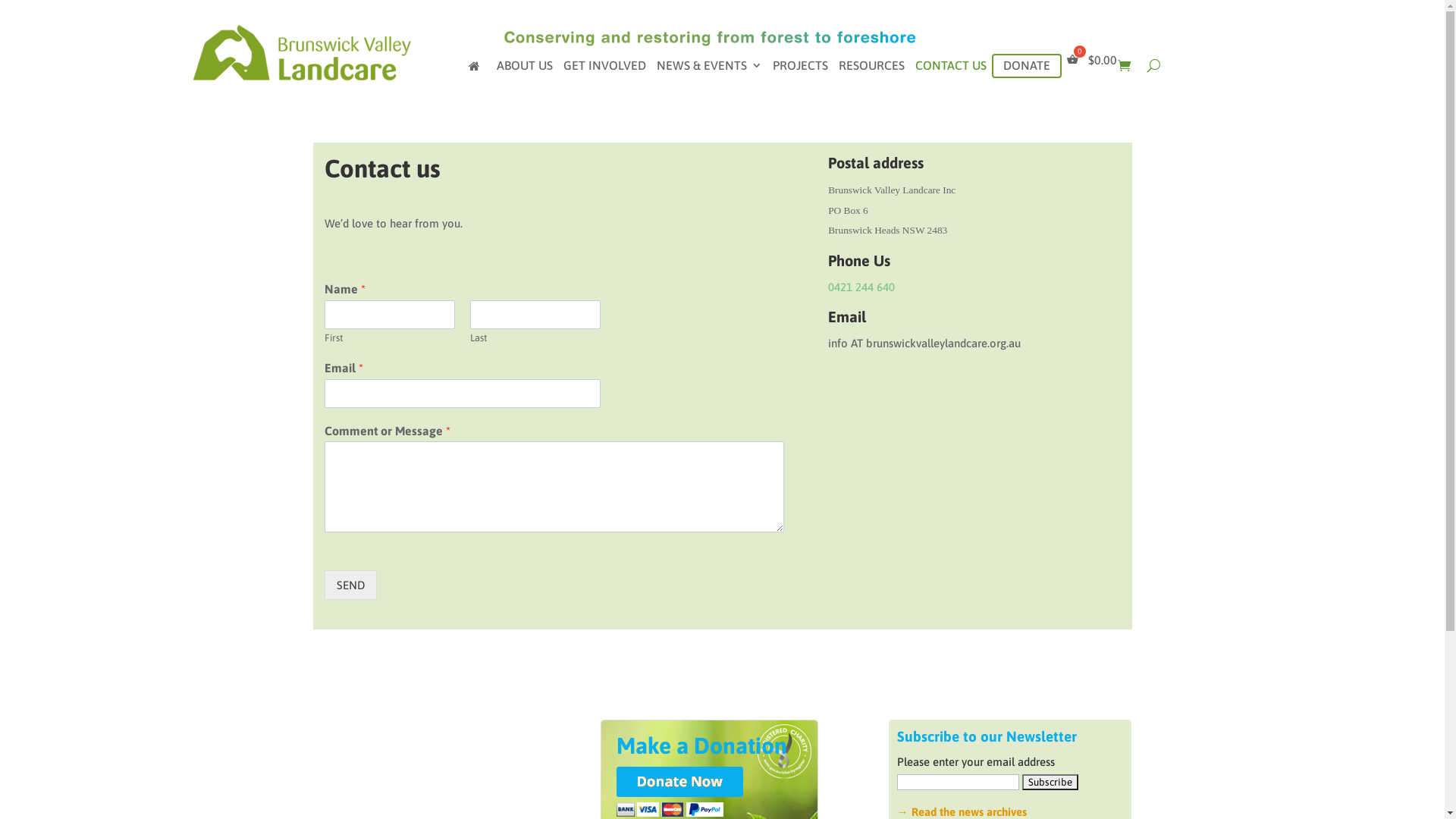 The height and width of the screenshot is (819, 1456). What do you see at coordinates (524, 67) in the screenshot?
I see `'ABOUT US'` at bounding box center [524, 67].